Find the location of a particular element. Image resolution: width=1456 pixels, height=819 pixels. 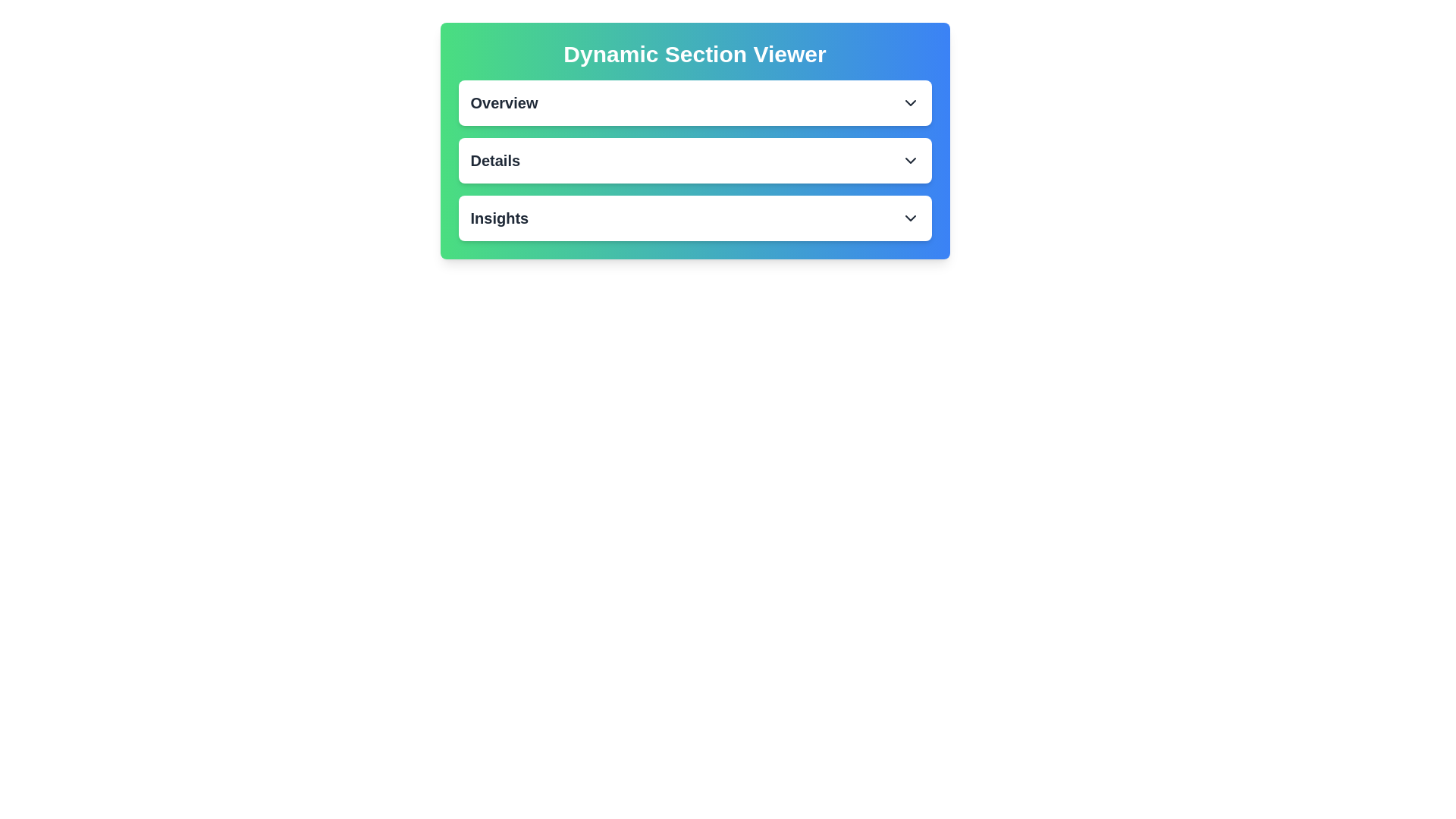

the 'Details' header element is located at coordinates (495, 161).